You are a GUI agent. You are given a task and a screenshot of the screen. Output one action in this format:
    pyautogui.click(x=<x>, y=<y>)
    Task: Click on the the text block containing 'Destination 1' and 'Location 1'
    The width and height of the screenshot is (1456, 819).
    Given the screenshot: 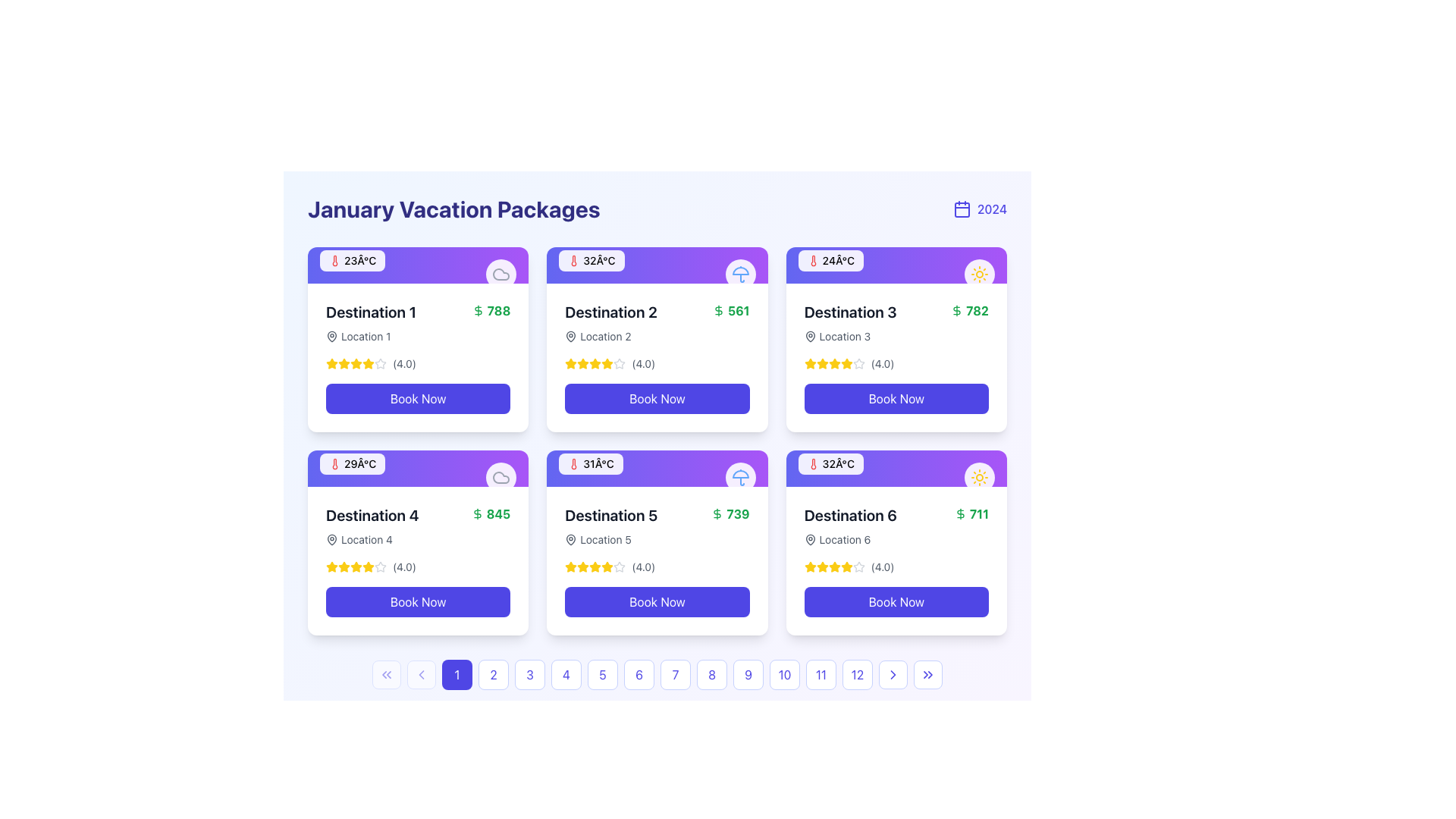 What is the action you would take?
    pyautogui.click(x=371, y=322)
    